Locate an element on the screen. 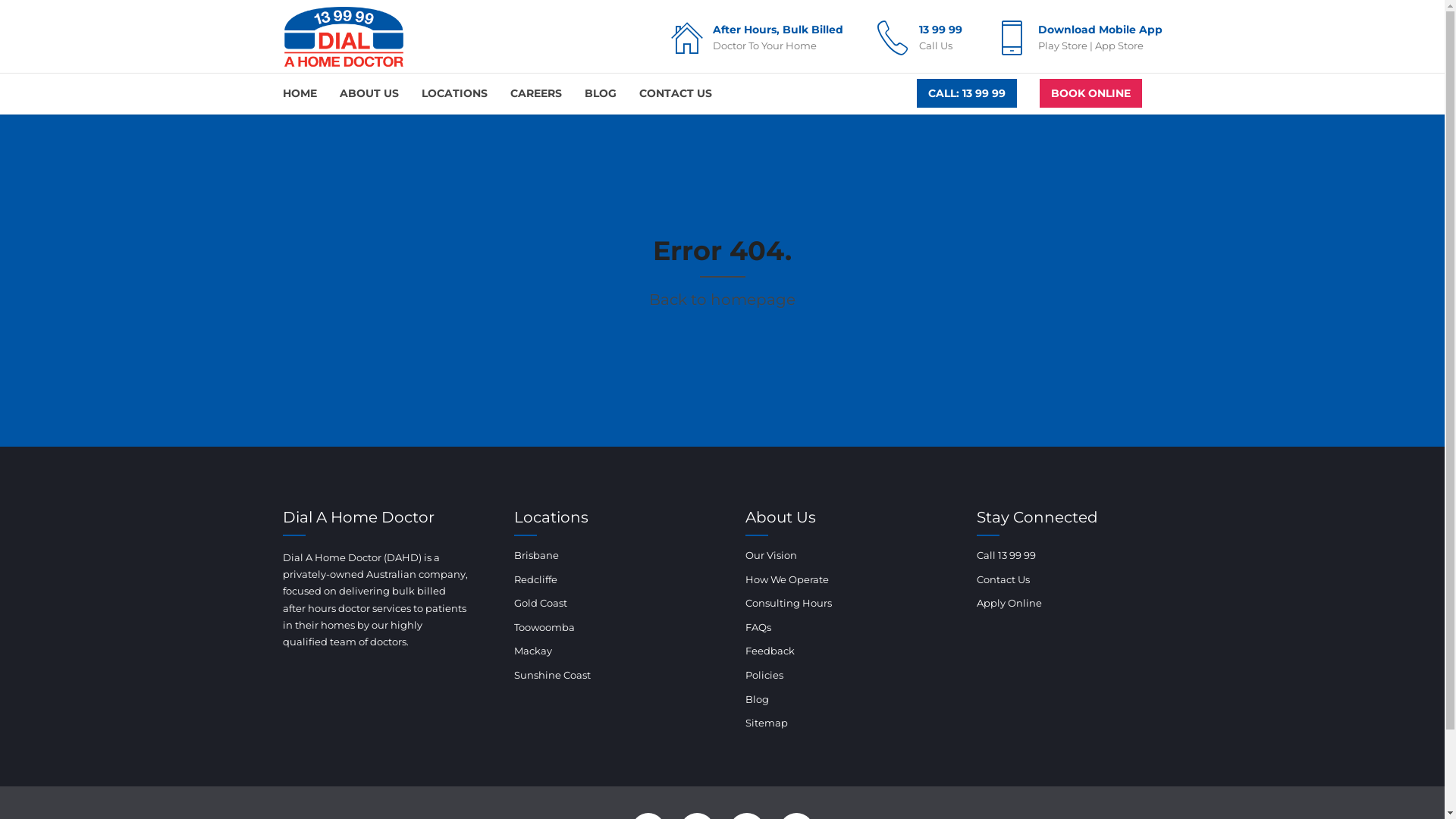  'Brisbane' is located at coordinates (536, 555).